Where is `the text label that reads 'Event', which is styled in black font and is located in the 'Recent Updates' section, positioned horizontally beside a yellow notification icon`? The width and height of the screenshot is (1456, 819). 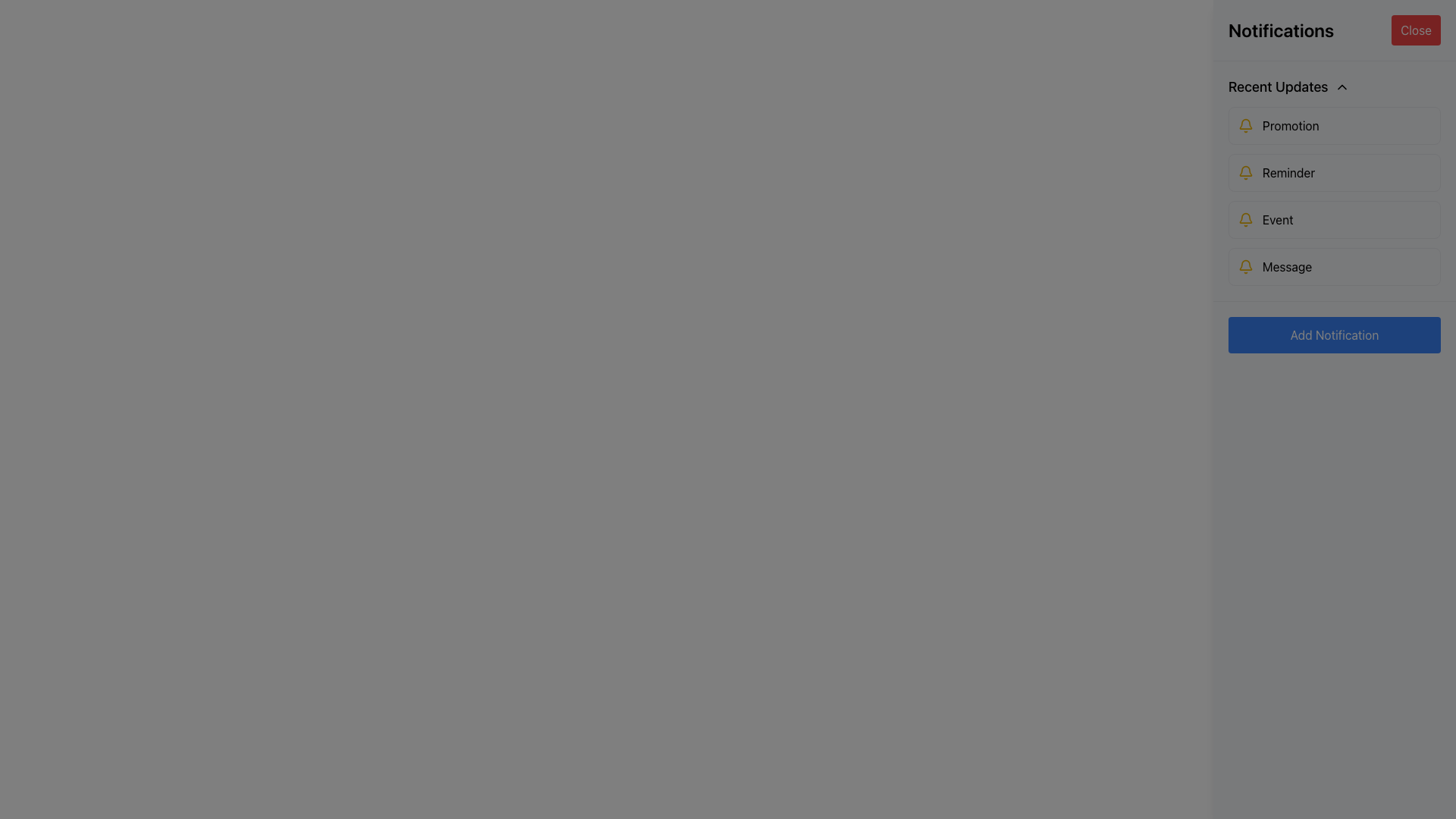 the text label that reads 'Event', which is styled in black font and is located in the 'Recent Updates' section, positioned horizontally beside a yellow notification icon is located at coordinates (1277, 219).